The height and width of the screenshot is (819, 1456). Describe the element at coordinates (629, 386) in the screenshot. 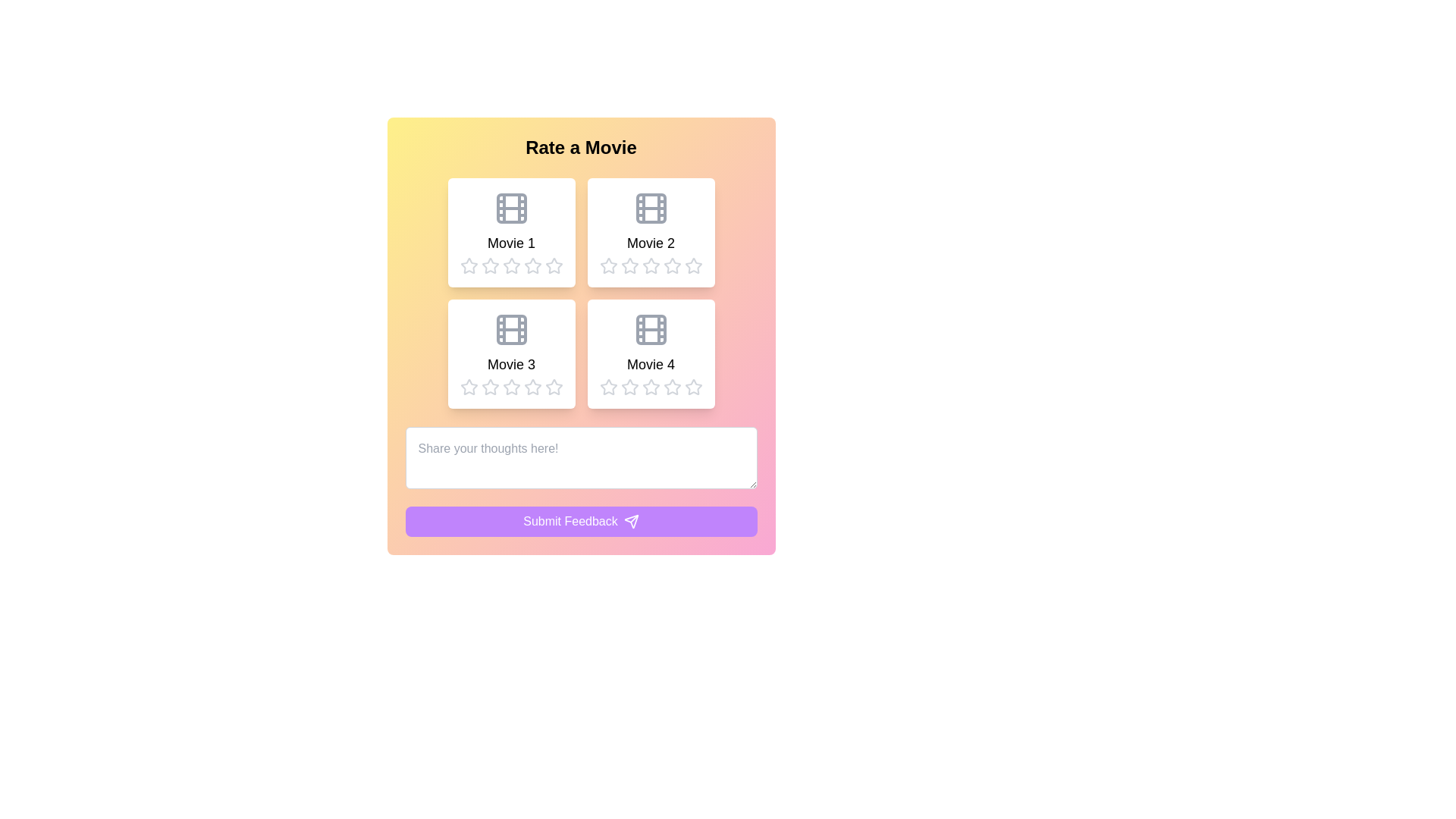

I see `the first star-shaped icon in the five-star rating system located under the 'Movie 4' label for keyboard interaction` at that location.